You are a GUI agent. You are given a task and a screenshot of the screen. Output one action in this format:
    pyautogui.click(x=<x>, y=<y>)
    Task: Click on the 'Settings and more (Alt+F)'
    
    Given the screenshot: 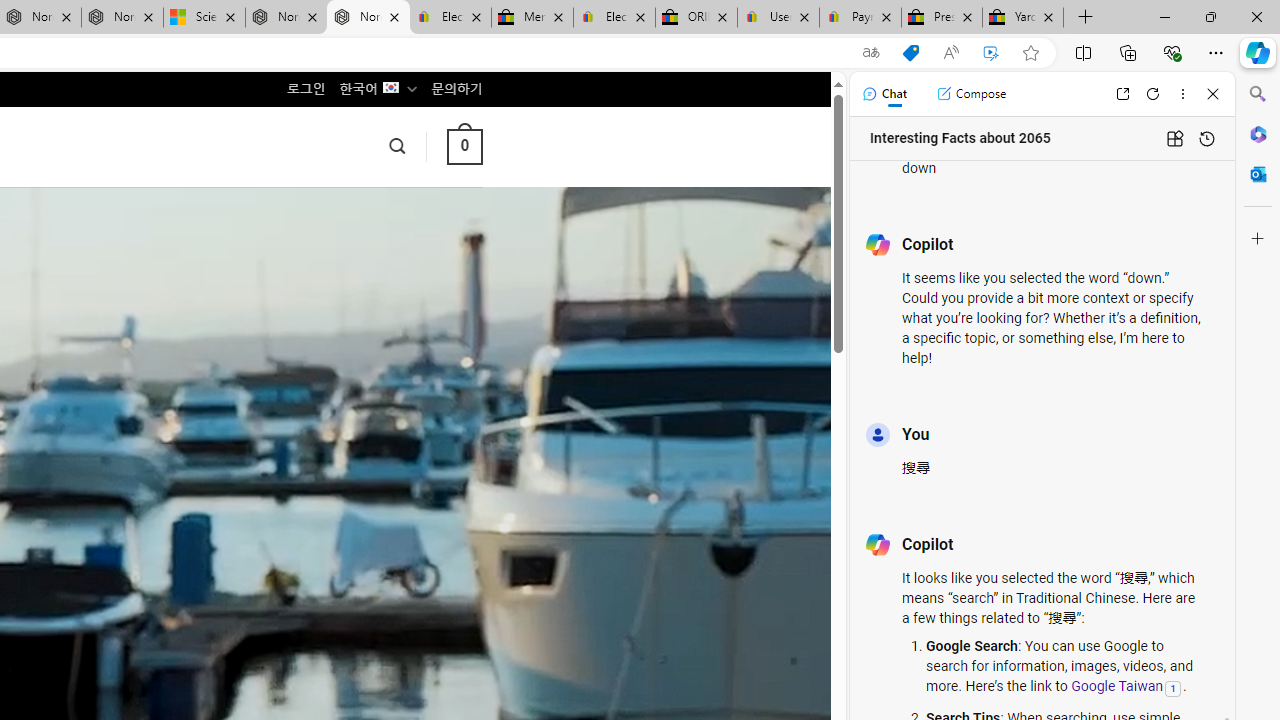 What is the action you would take?
    pyautogui.click(x=1215, y=51)
    